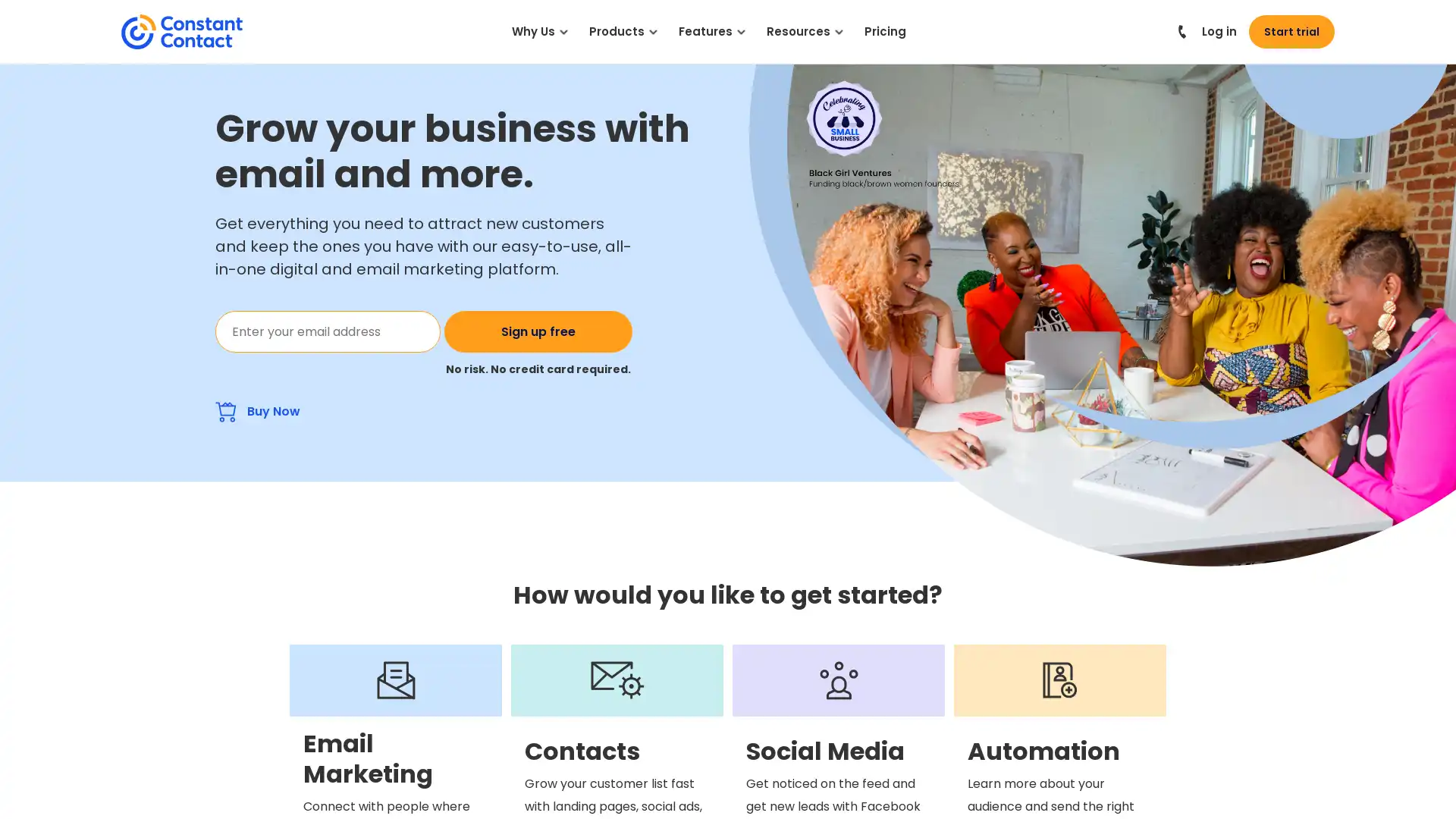  What do you see at coordinates (931, 192) in the screenshot?
I see `Advance to the next slide` at bounding box center [931, 192].